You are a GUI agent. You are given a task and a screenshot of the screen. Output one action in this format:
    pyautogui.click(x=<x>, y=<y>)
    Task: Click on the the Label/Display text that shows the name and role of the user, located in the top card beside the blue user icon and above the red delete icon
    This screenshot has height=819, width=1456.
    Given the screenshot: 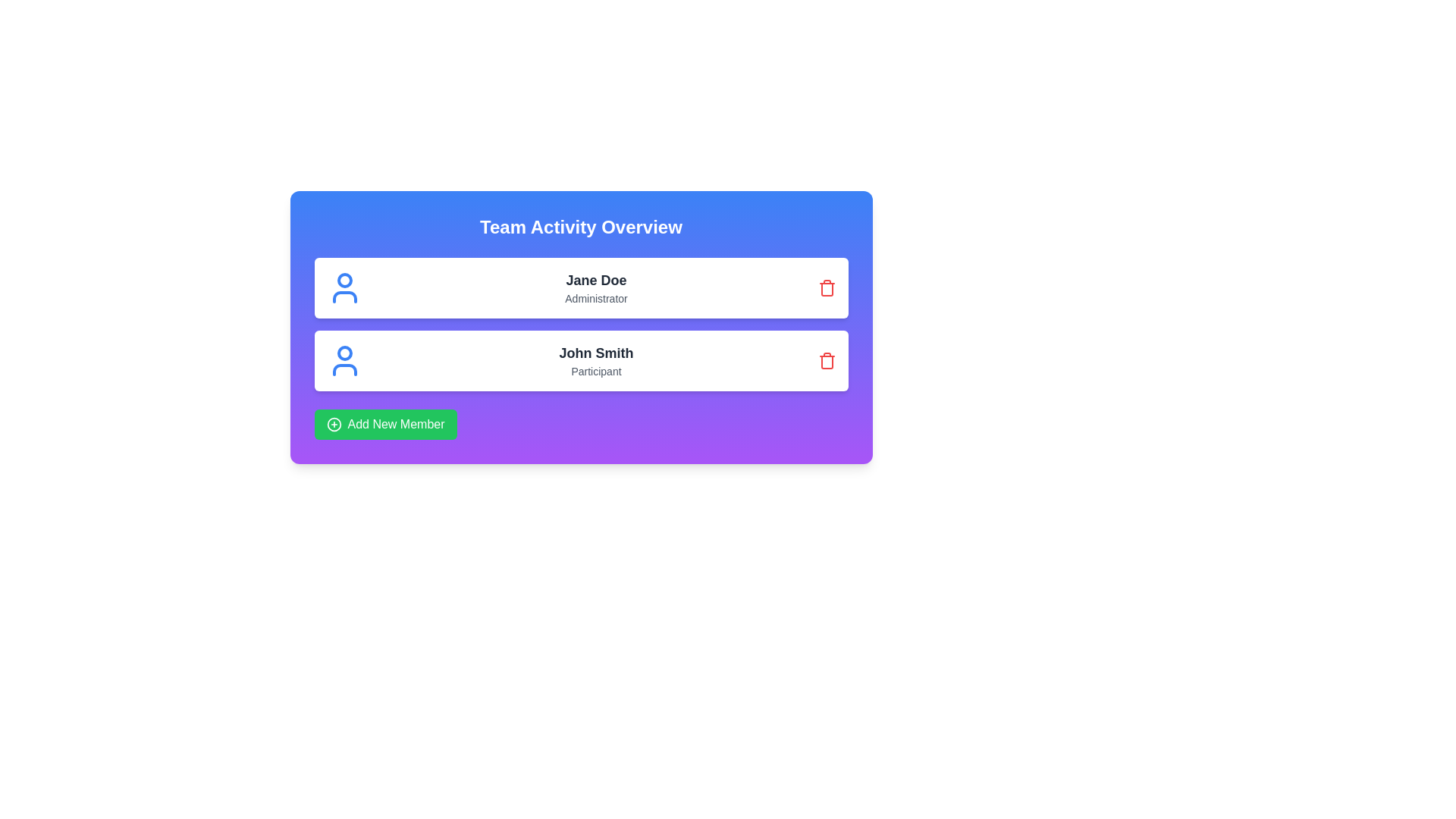 What is the action you would take?
    pyautogui.click(x=595, y=288)
    